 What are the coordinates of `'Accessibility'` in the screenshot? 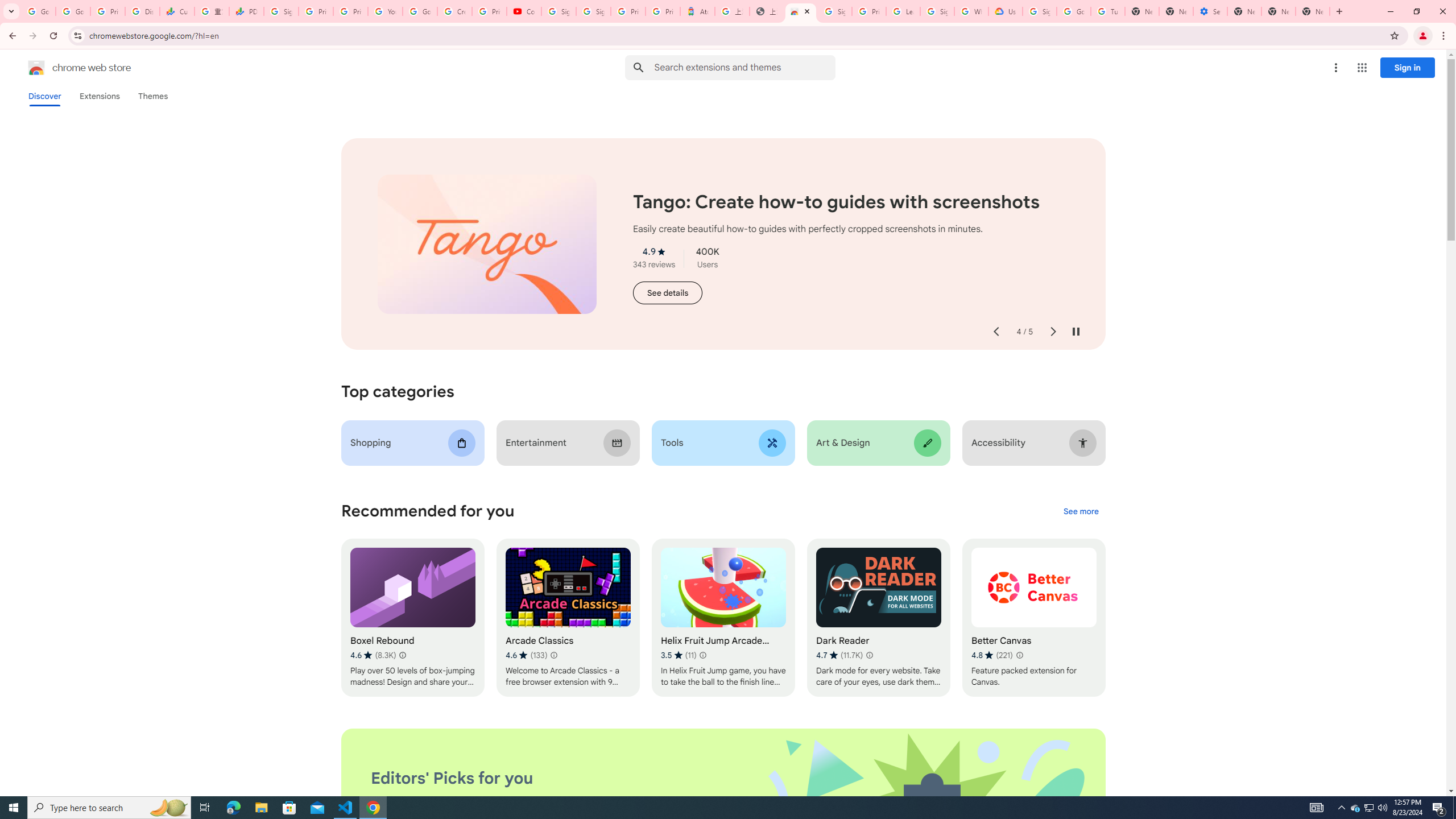 It's located at (1033, 442).